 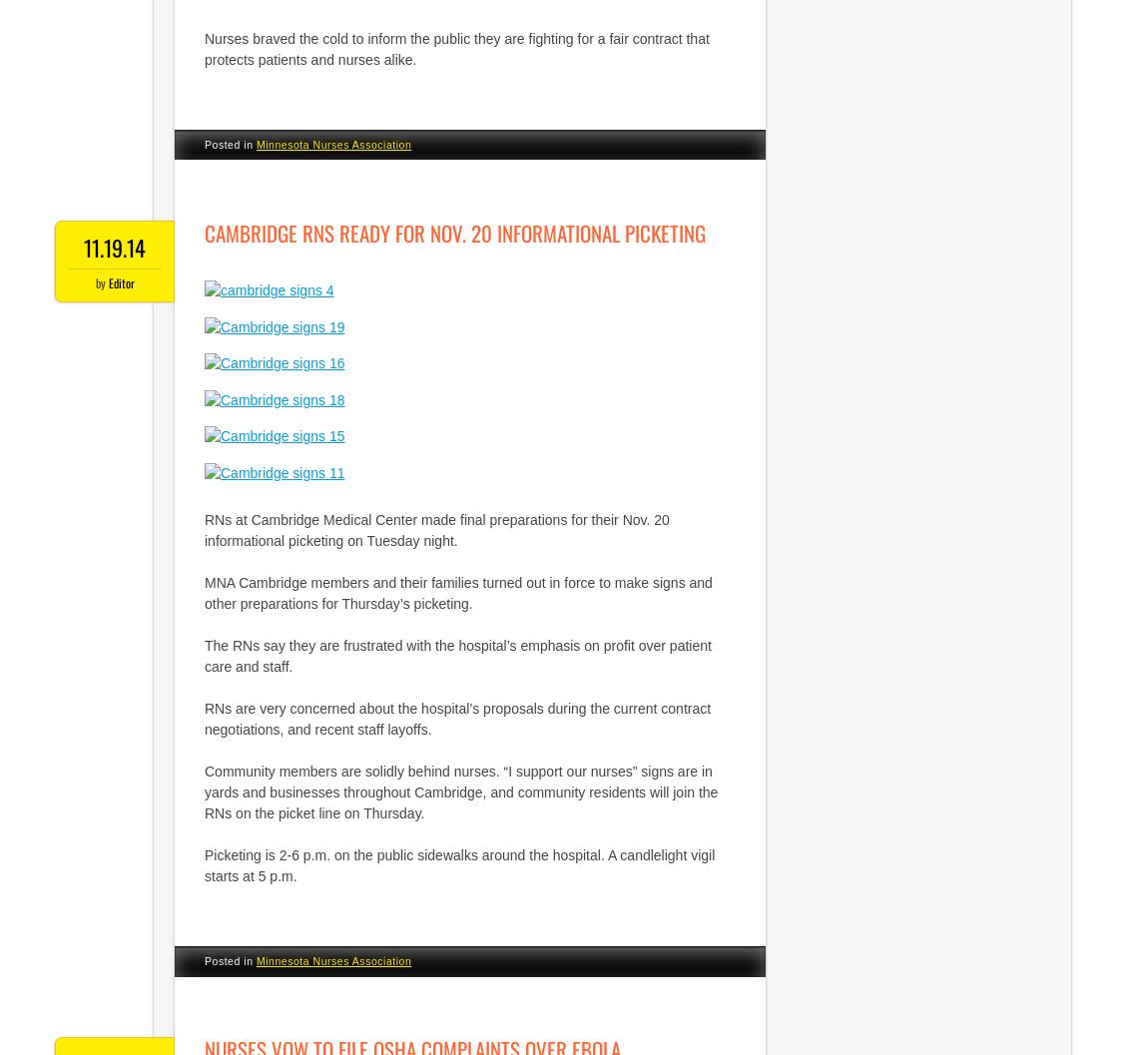 I want to click on 'The RNs say they are frustrated with the hospital’s emphasis on profit over patient care and staff.', so click(x=457, y=655).